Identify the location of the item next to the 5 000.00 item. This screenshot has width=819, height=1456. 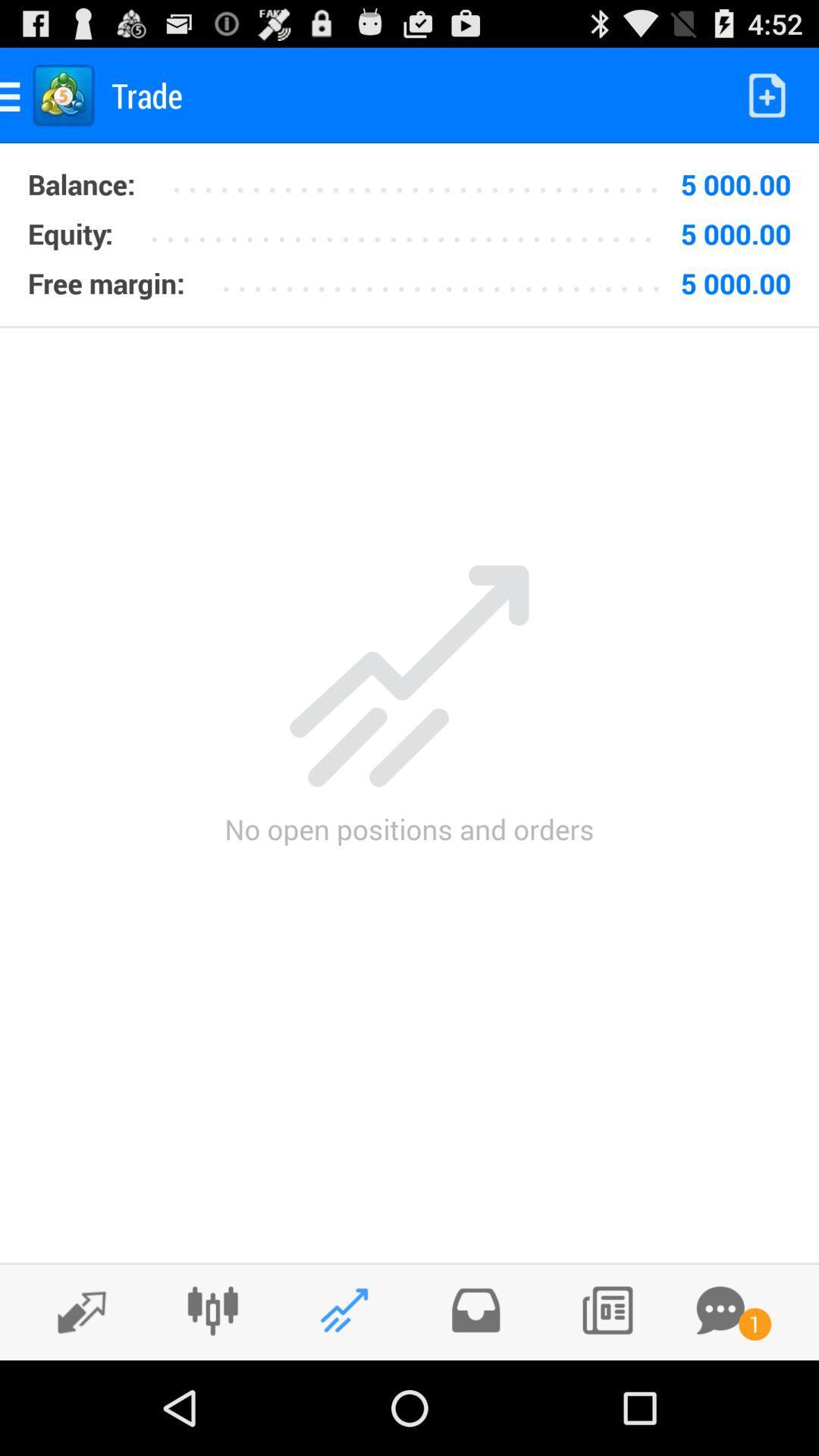
(422, 179).